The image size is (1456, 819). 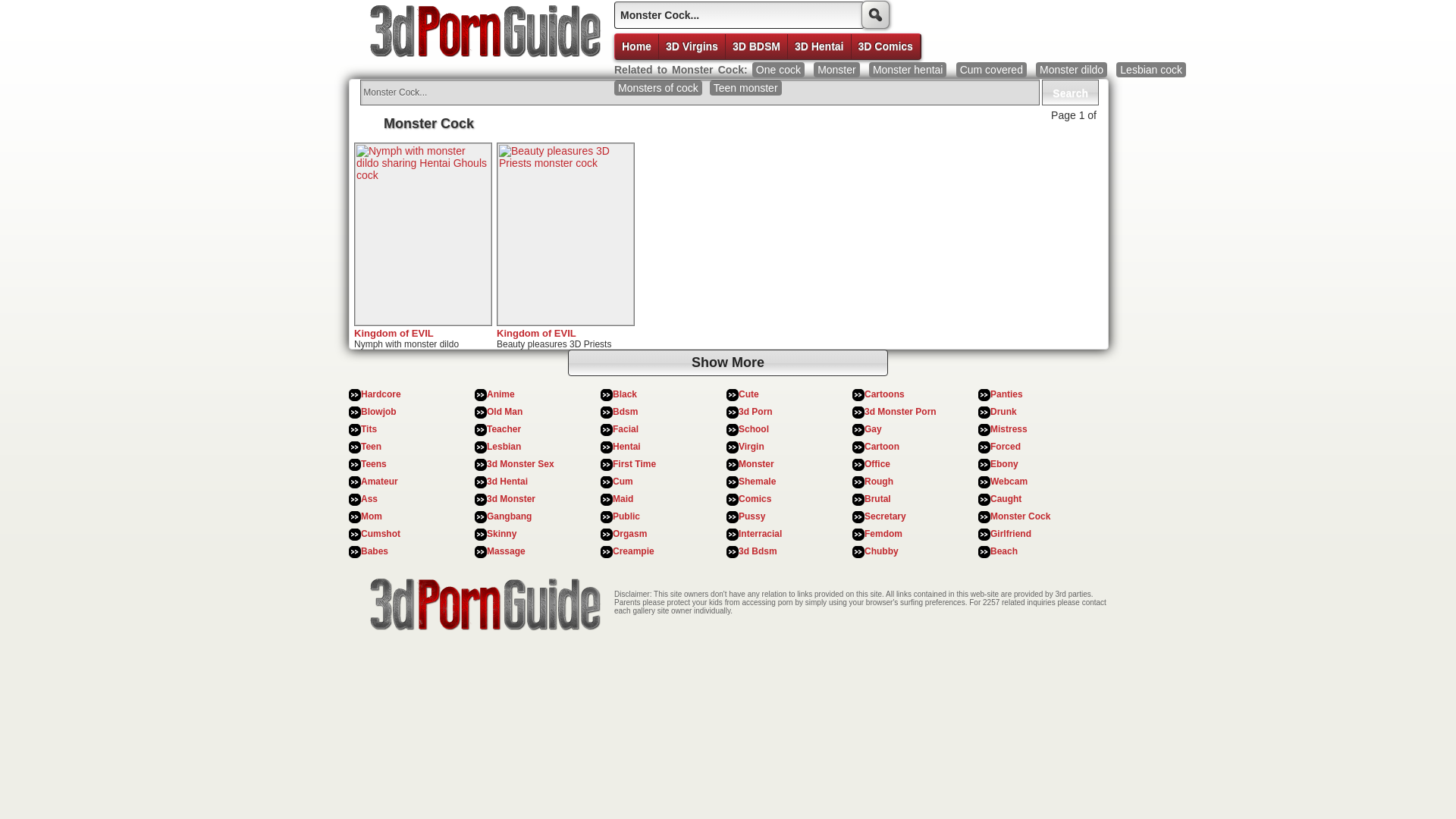 What do you see at coordinates (1006, 394) in the screenshot?
I see `'Panties'` at bounding box center [1006, 394].